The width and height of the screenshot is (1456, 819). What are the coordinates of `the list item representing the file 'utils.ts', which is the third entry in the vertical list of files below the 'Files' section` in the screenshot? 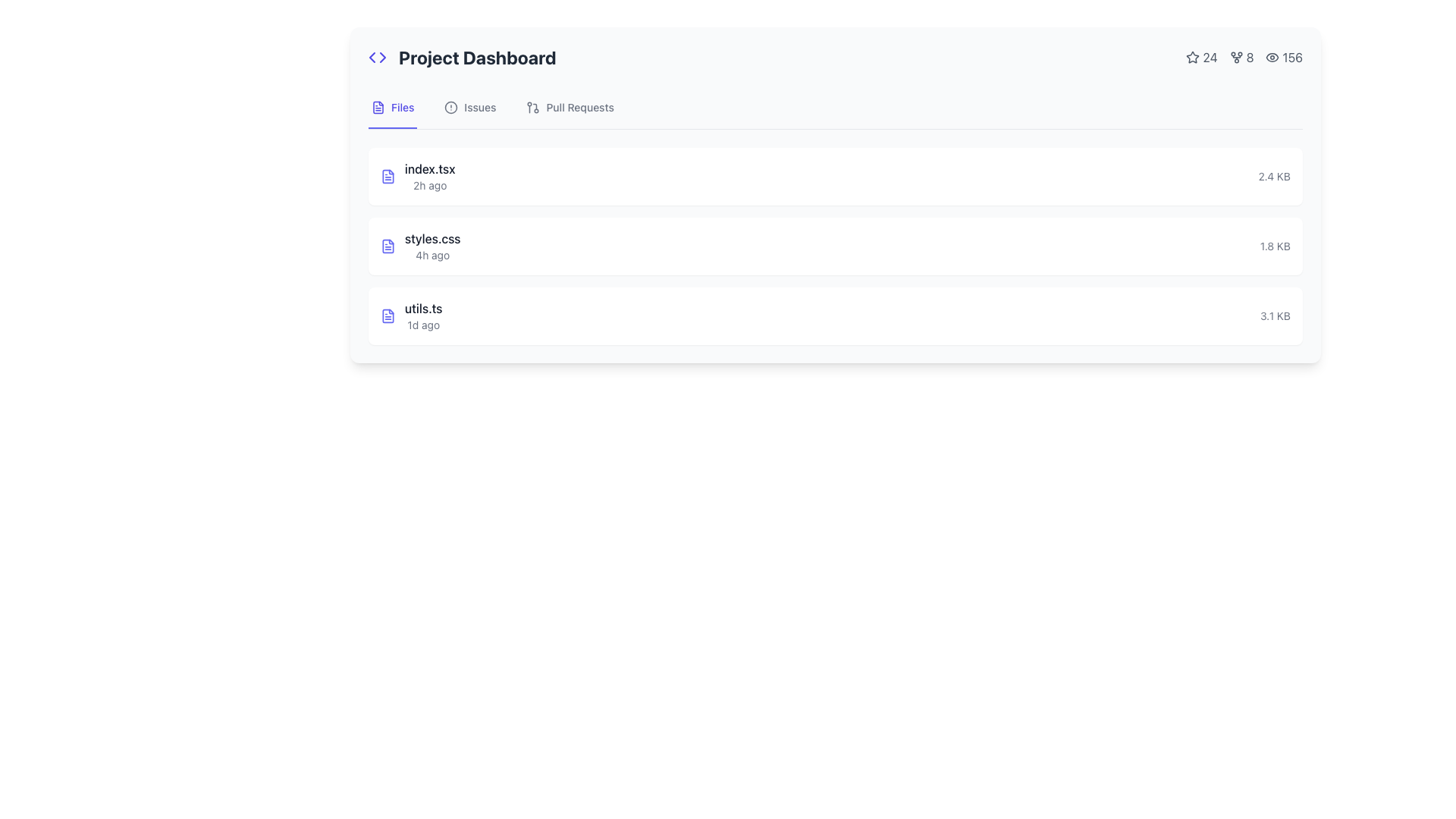 It's located at (411, 315).